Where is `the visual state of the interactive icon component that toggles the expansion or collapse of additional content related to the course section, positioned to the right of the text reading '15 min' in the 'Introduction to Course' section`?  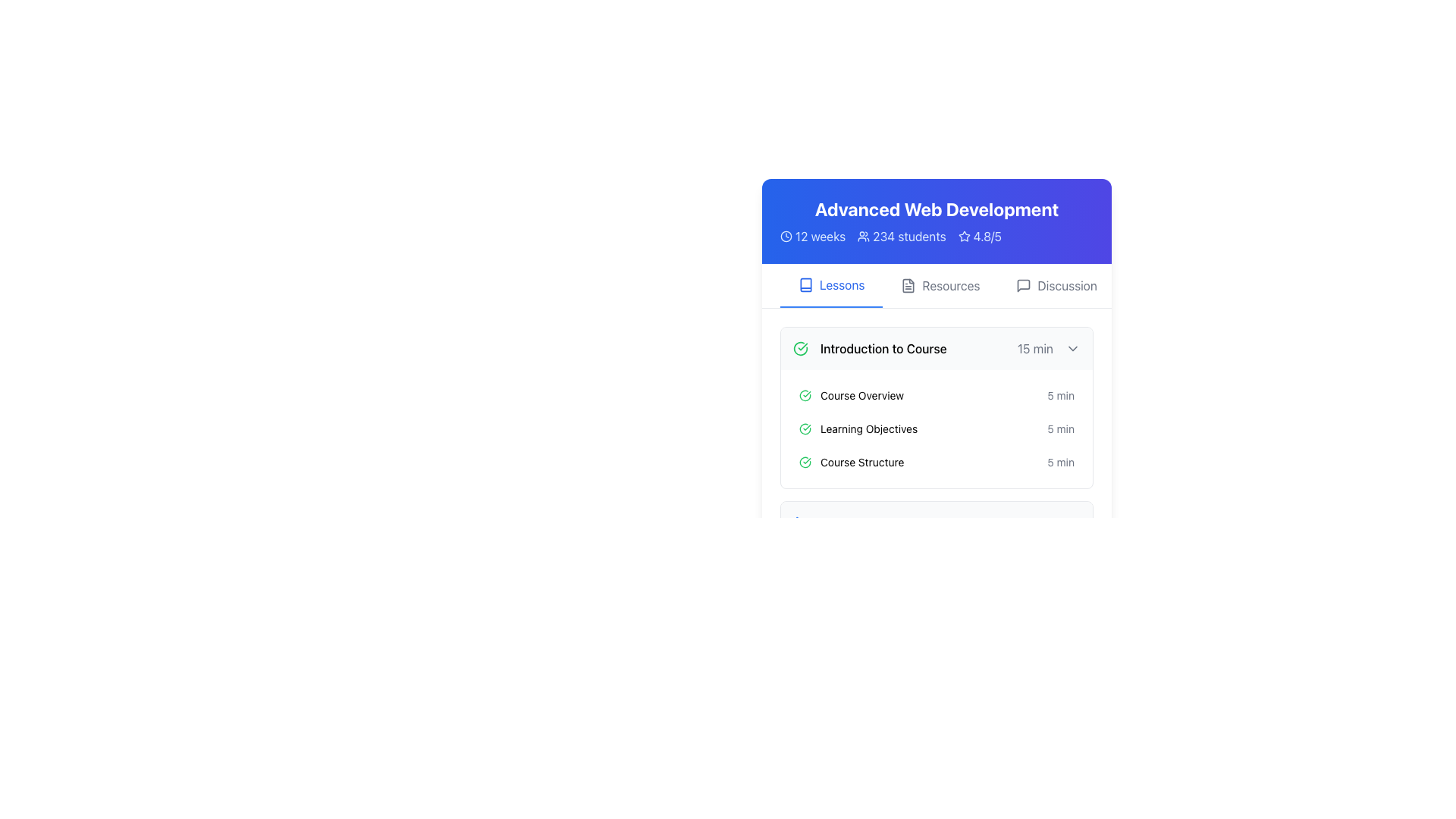 the visual state of the interactive icon component that toggles the expansion or collapse of additional content related to the course section, positioned to the right of the text reading '15 min' in the 'Introduction to Course' section is located at coordinates (1072, 348).